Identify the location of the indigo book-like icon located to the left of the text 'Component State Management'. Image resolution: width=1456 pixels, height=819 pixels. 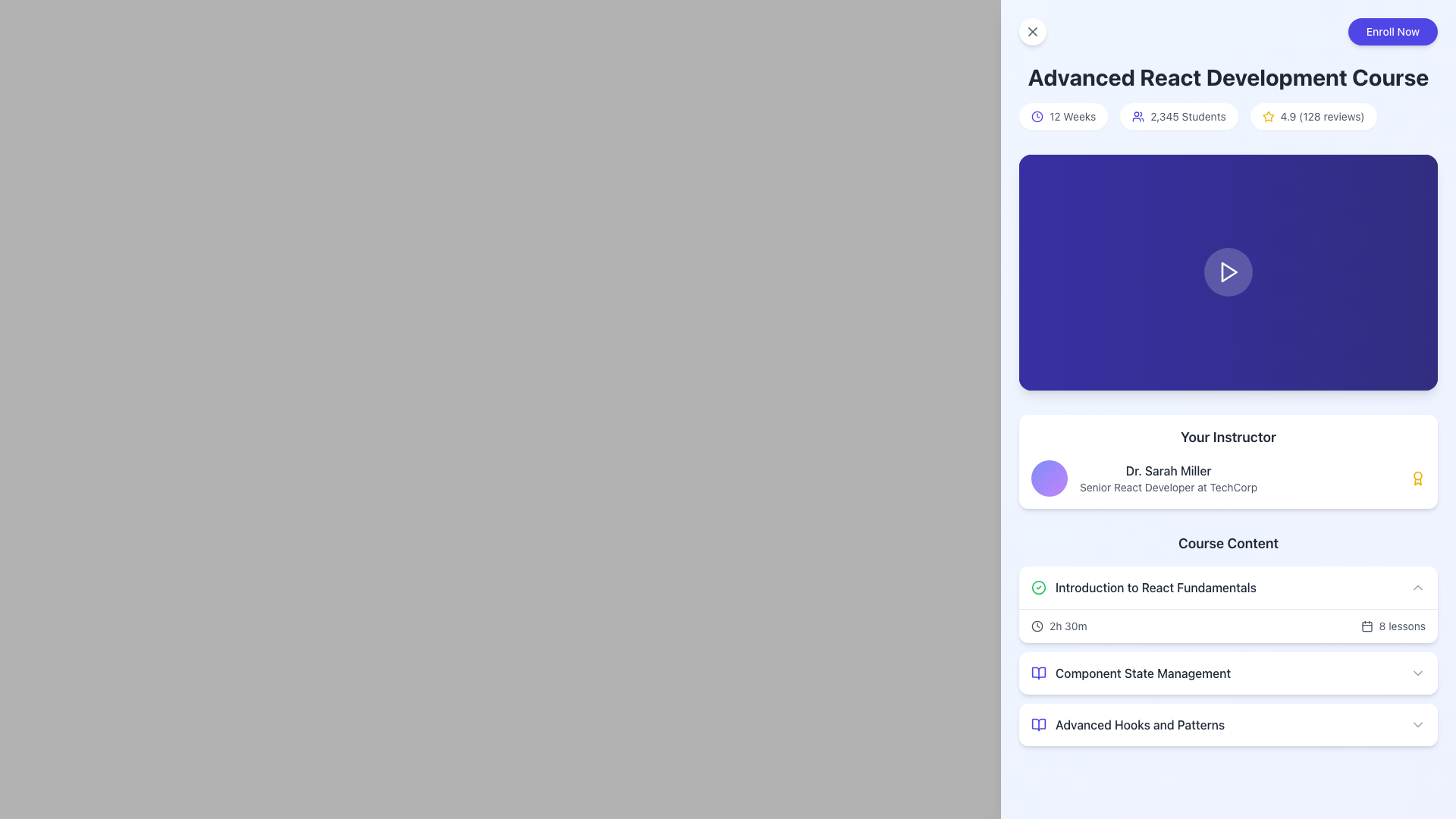
(1037, 672).